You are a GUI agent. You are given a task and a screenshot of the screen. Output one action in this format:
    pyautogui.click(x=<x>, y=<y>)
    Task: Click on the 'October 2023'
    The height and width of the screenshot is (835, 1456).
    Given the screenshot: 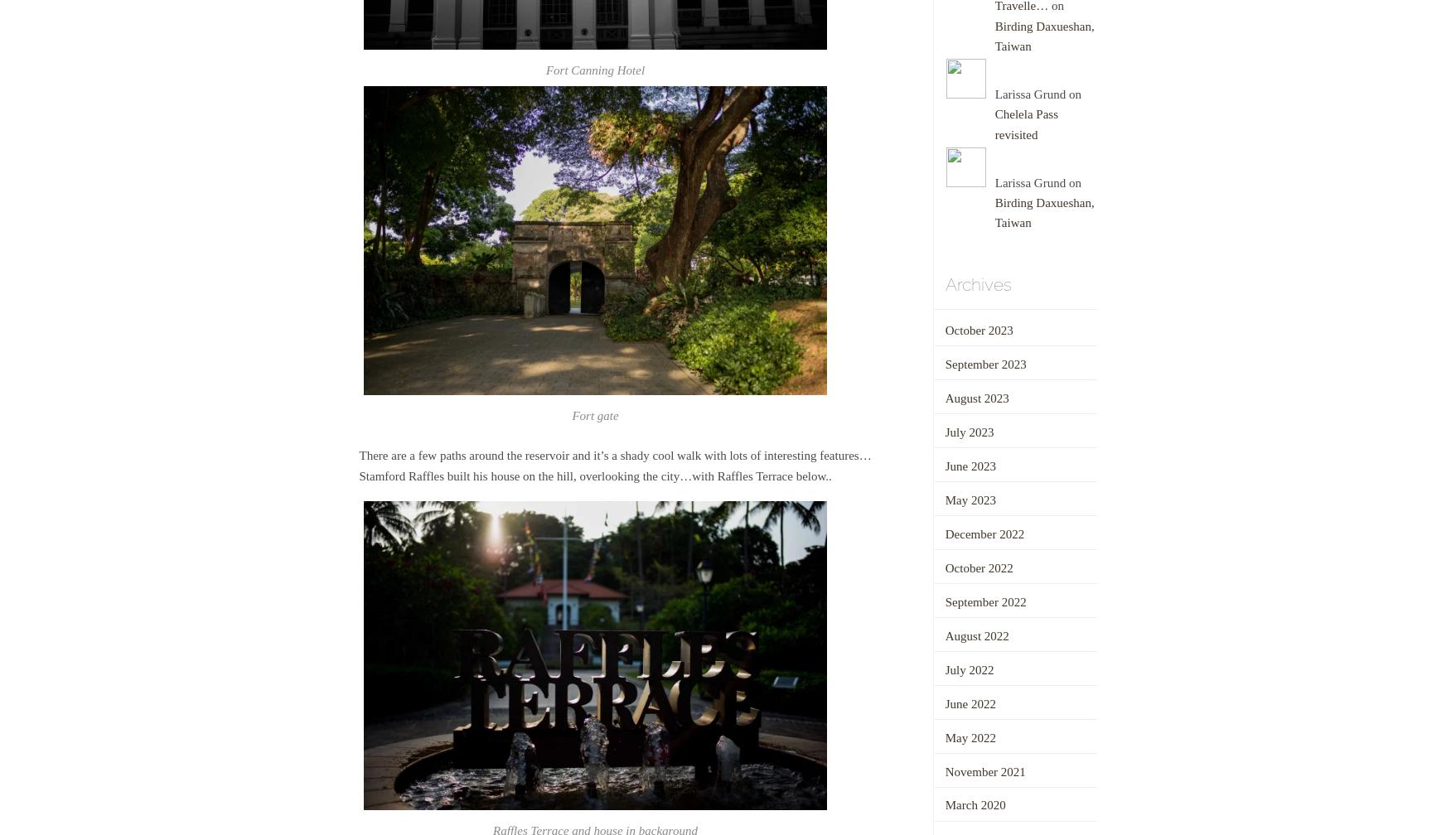 What is the action you would take?
    pyautogui.click(x=943, y=329)
    